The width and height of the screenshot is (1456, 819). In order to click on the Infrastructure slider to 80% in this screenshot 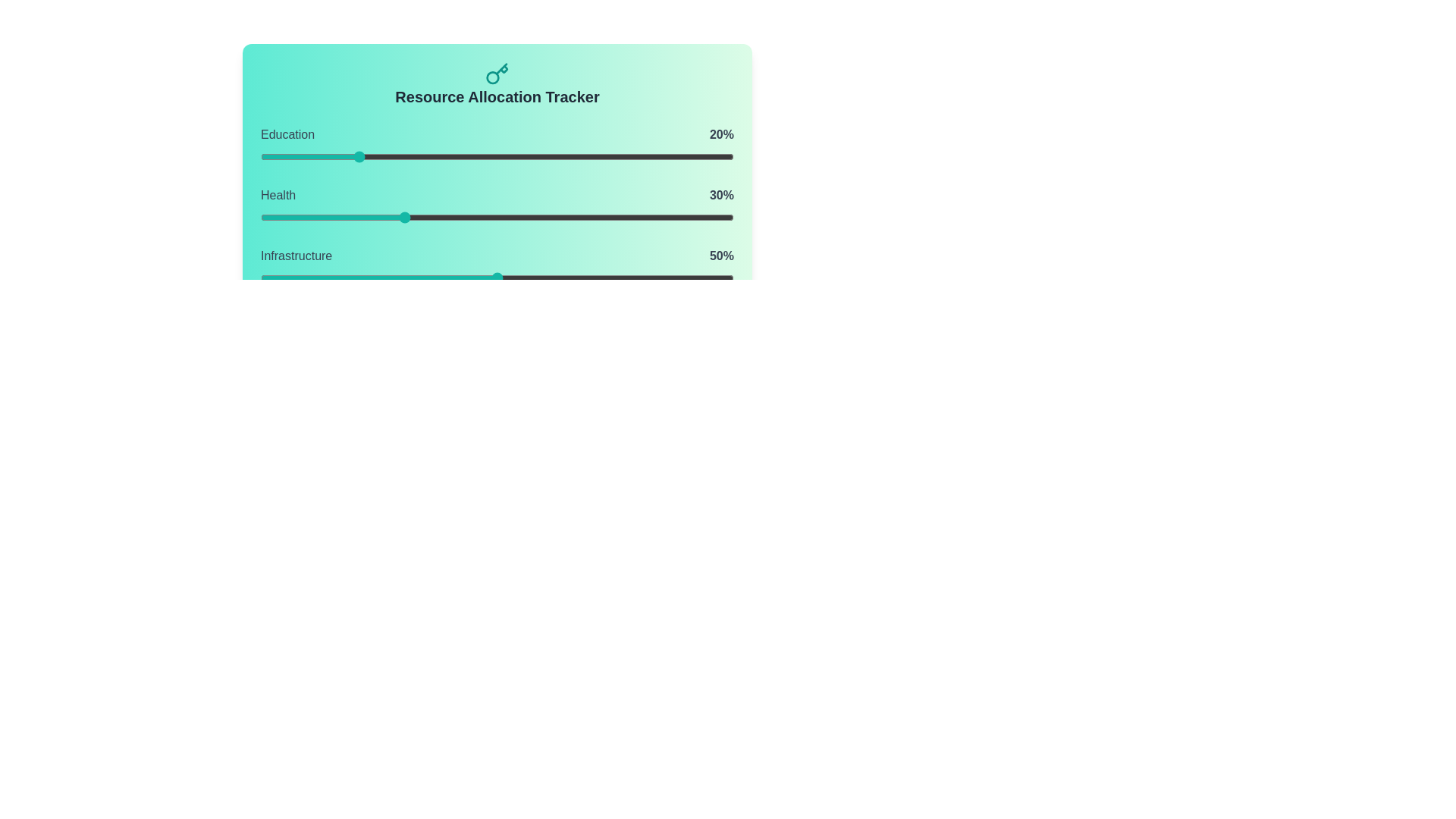, I will do `click(639, 278)`.